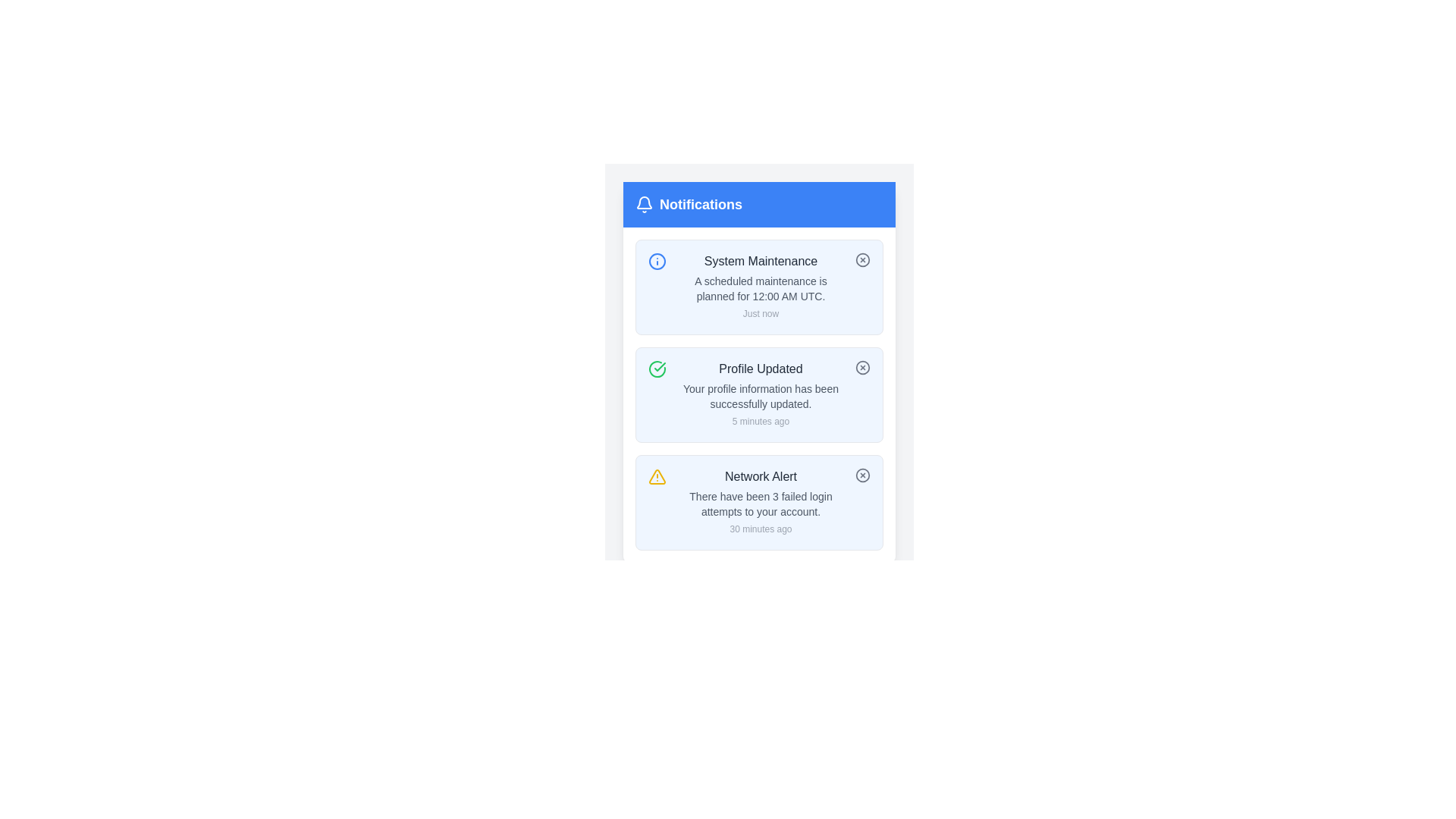 This screenshot has height=819, width=1456. I want to click on the green circular icon with a checkmark symbol located in the top-left corner of the 'Profile Updated' notification card, so click(657, 369).